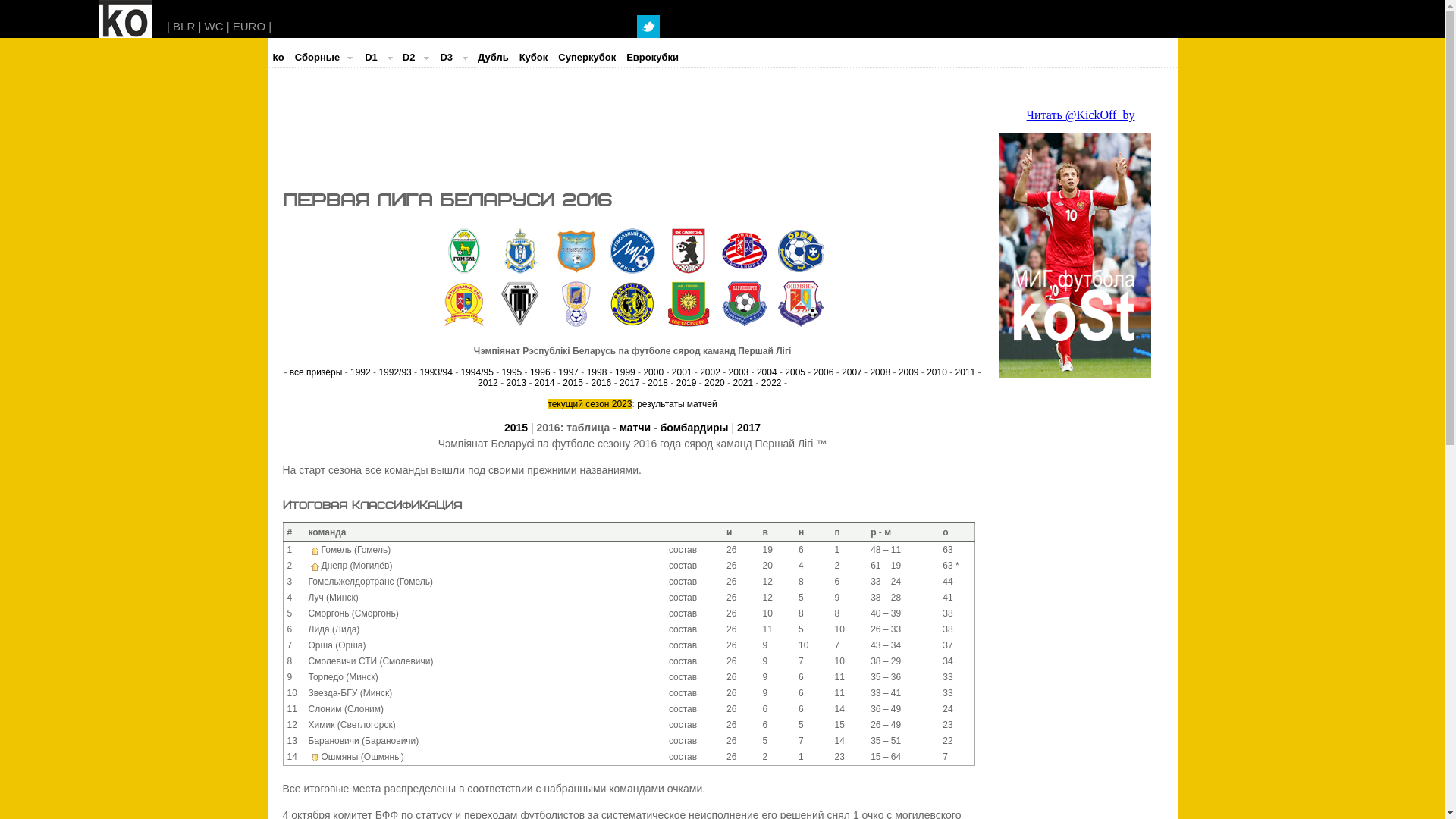 The width and height of the screenshot is (1456, 819). What do you see at coordinates (643, 372) in the screenshot?
I see `'2000'` at bounding box center [643, 372].